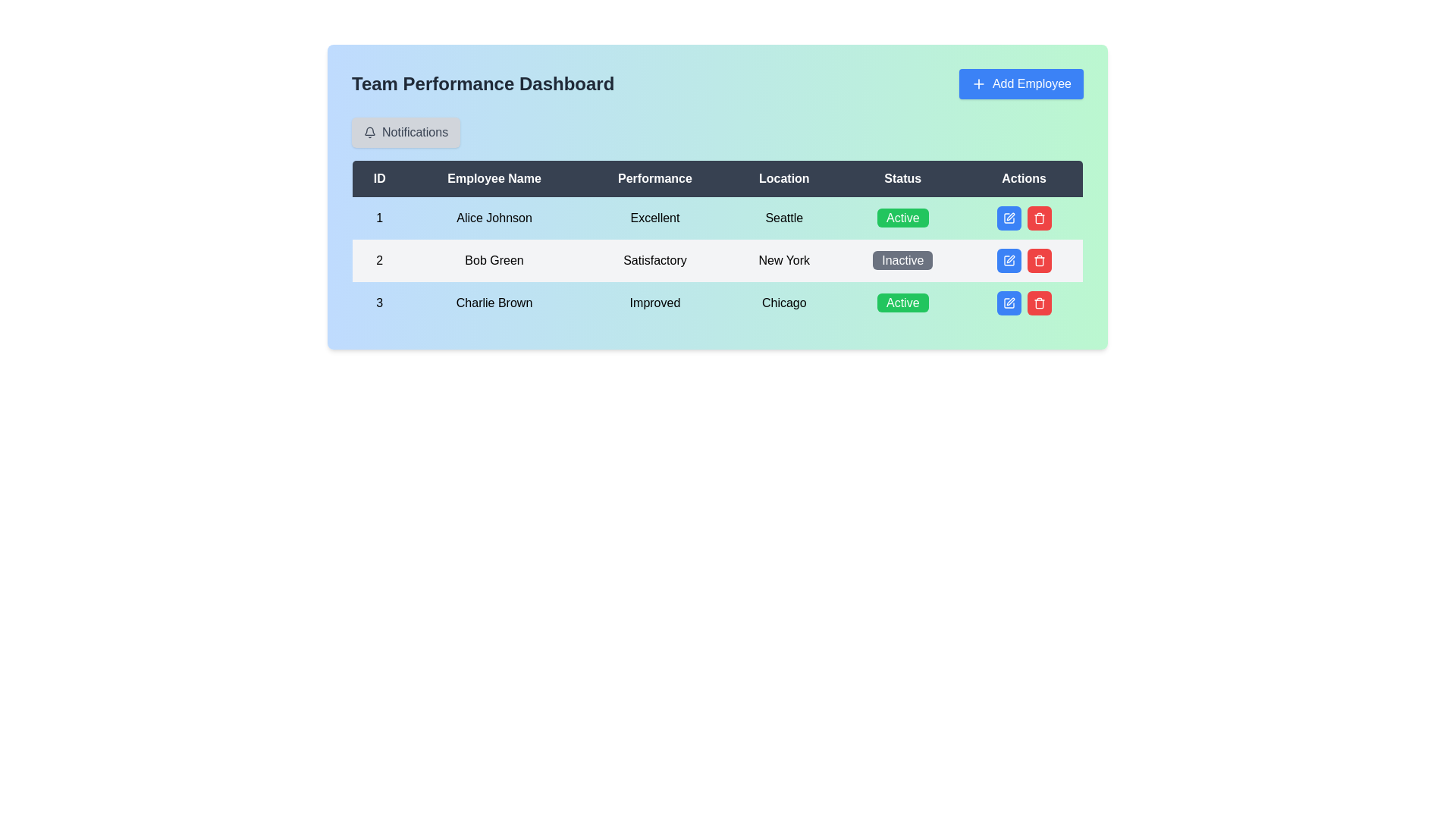 This screenshot has height=819, width=1456. I want to click on text content of the 'New York' element, which is displayed in bold style and centrally aligned within its column in the second row of the table under the 'Location' header, so click(784, 259).